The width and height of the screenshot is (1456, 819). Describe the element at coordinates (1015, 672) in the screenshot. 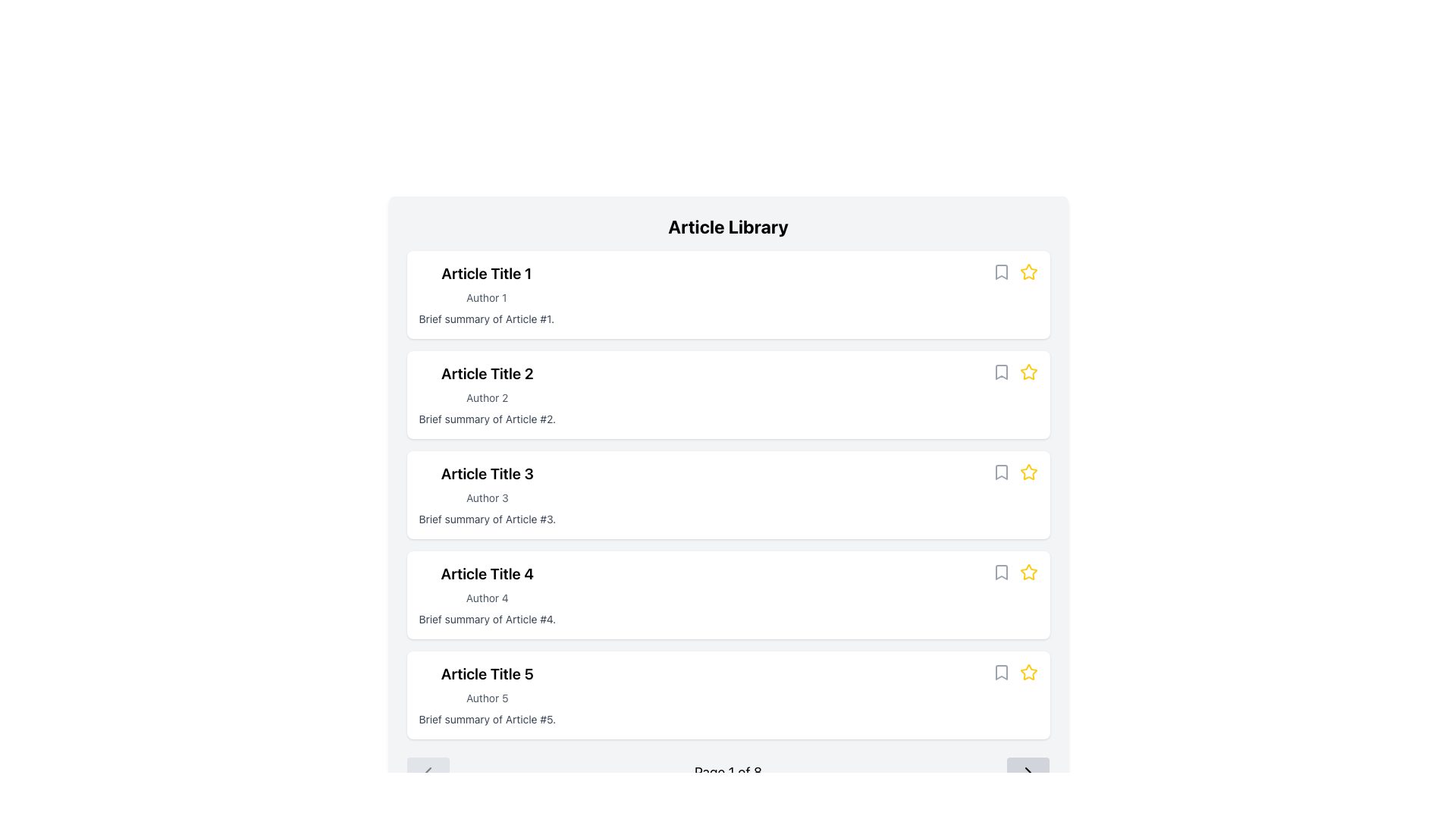

I see `the yellow star icon in the horizontal group of icons within the card for 'Article Title 5' to rate the article` at that location.